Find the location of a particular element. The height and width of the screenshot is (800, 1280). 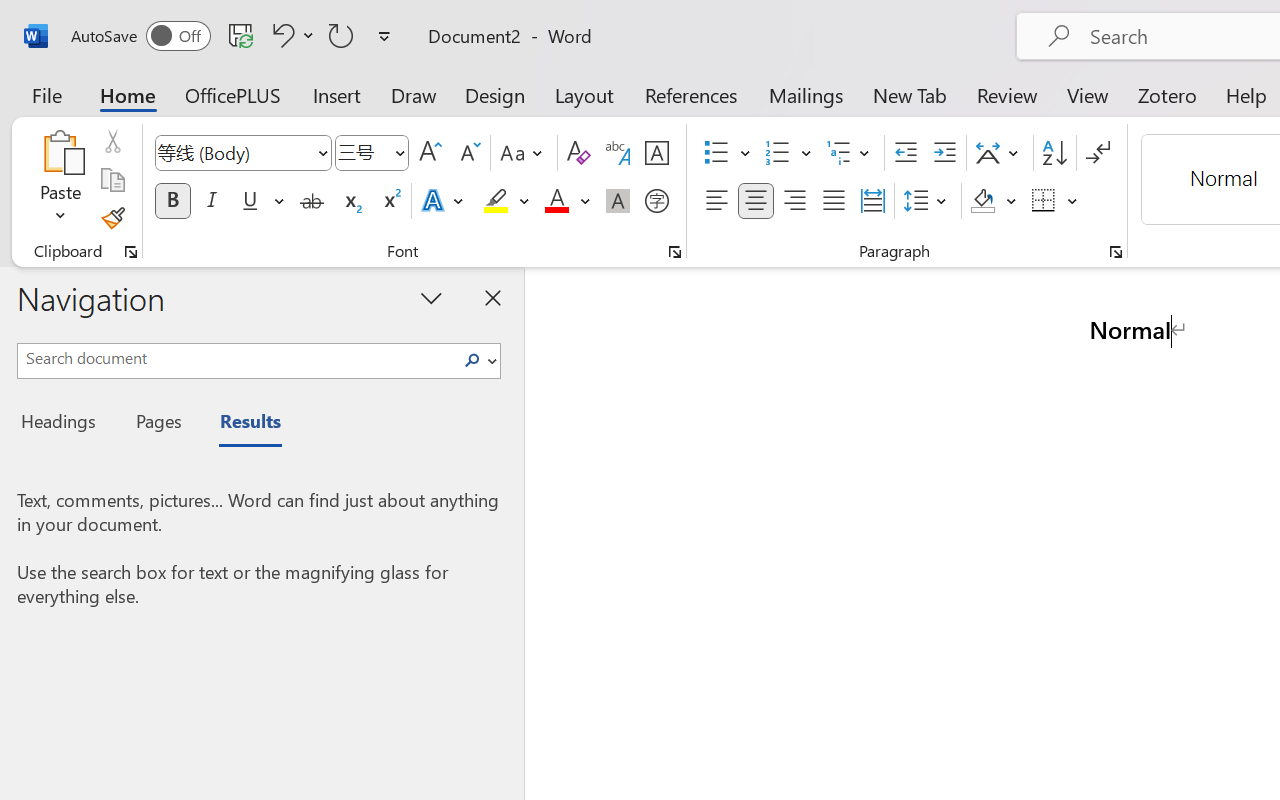

'Center' is located at coordinates (755, 201).